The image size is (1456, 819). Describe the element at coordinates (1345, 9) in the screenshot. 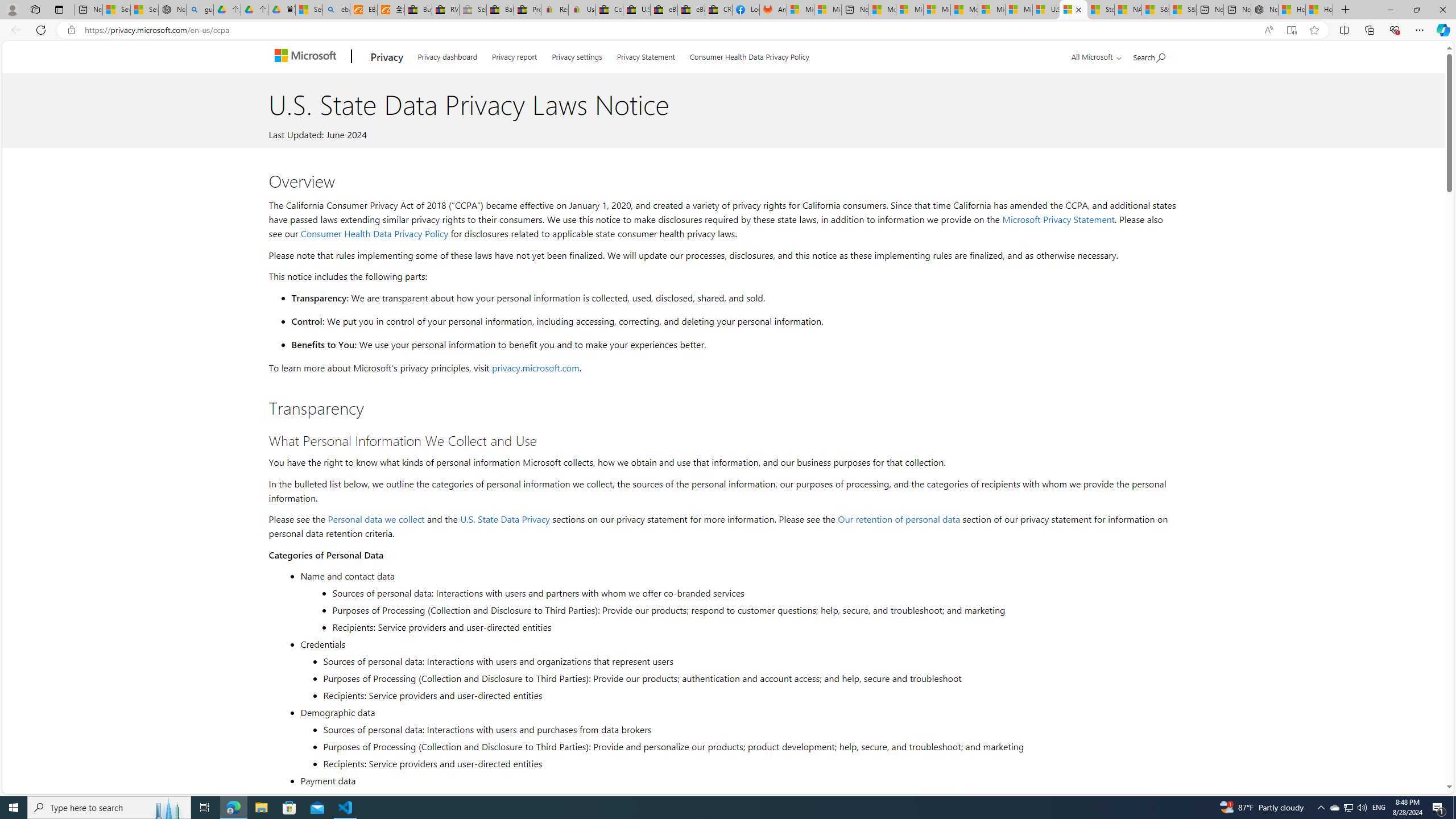

I see `'New Tab'` at that location.